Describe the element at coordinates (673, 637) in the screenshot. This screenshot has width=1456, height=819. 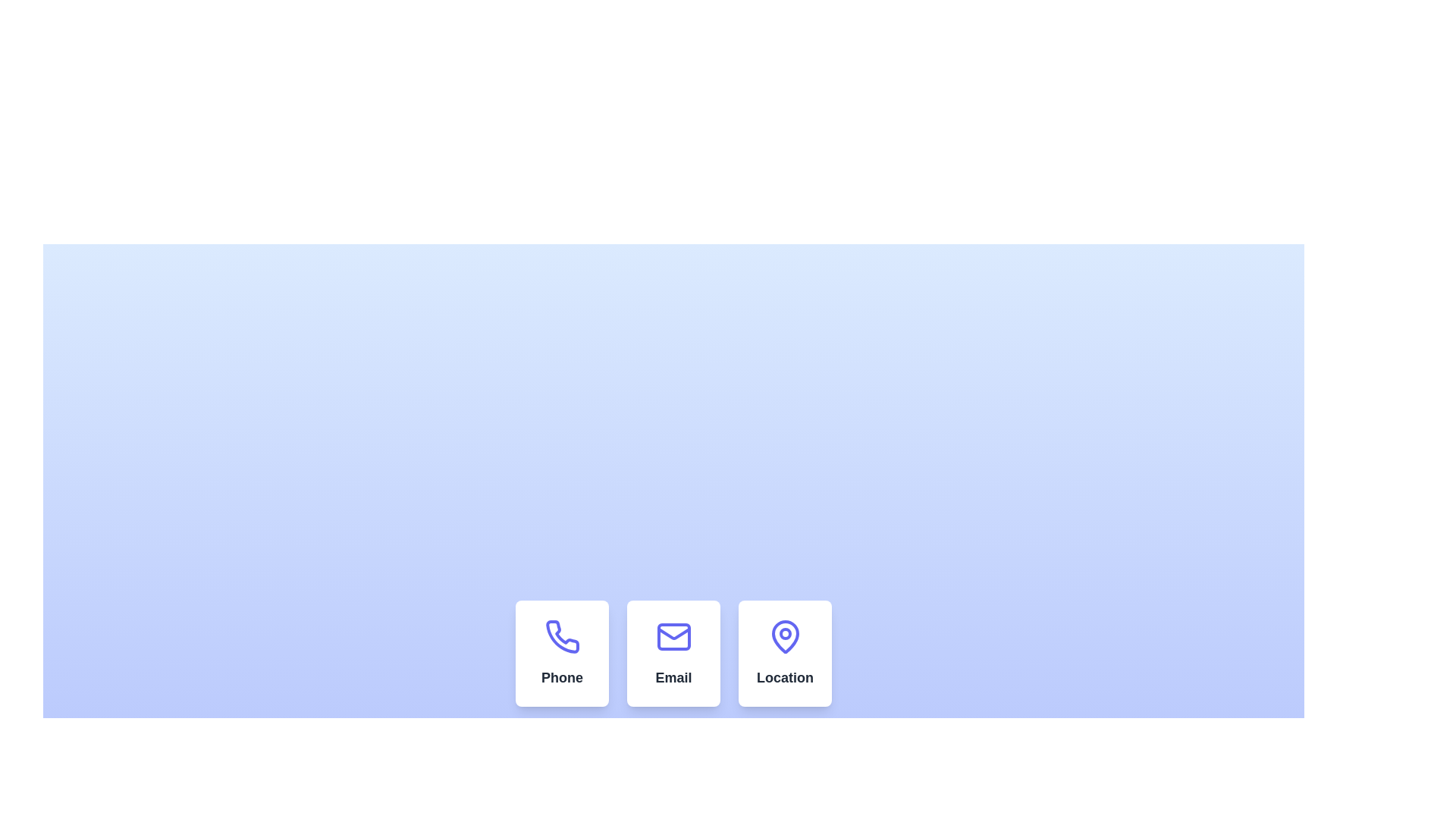
I see `the Decorative Rectangle that is part of the envelope icon, which is located in the middle of the interface above the 'Email' label` at that location.